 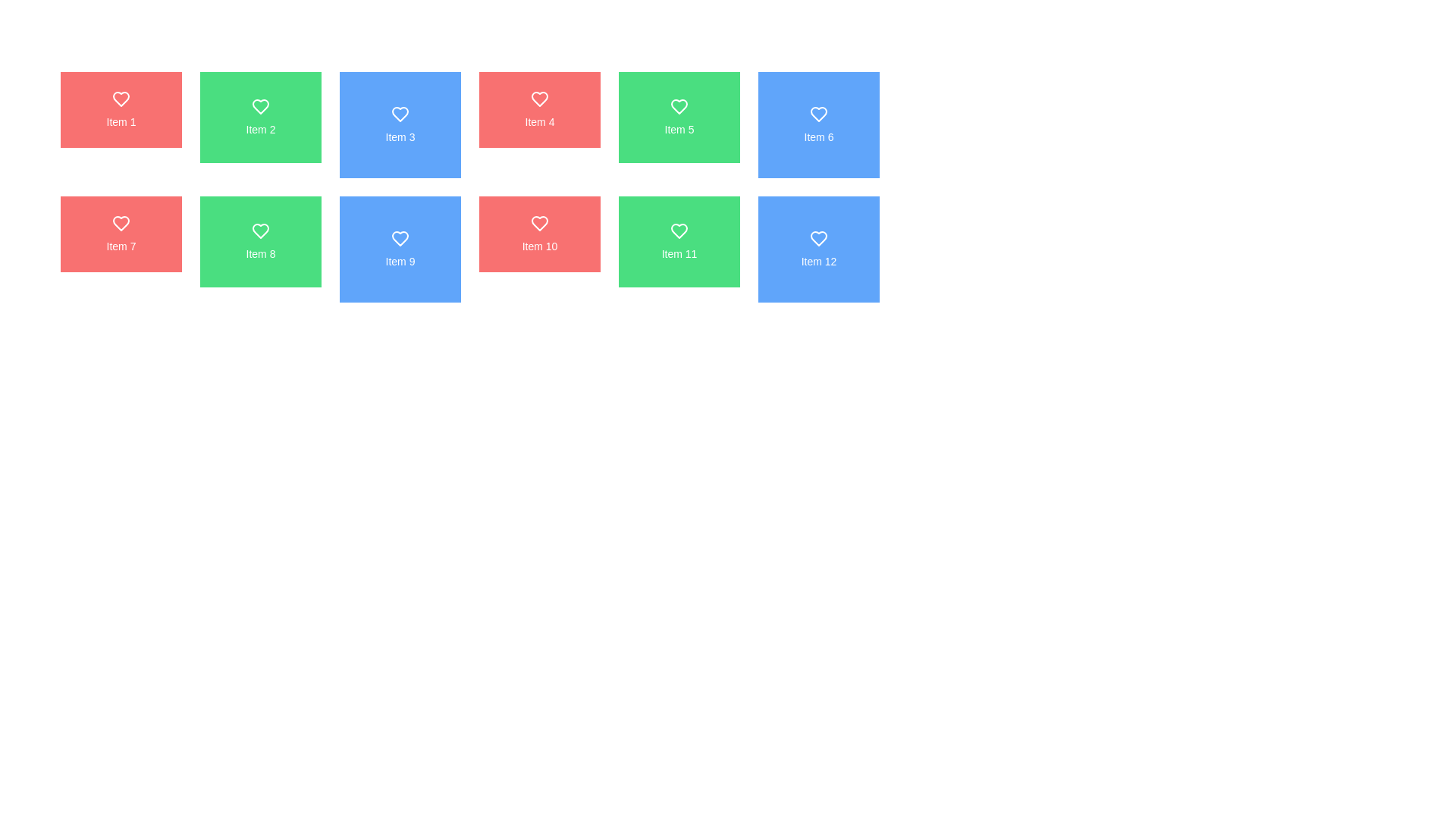 I want to click on the content tile labeled 'Item 12', which is a rectangular blue tile with a white heart icon and white text centered vertically, so click(x=818, y=248).